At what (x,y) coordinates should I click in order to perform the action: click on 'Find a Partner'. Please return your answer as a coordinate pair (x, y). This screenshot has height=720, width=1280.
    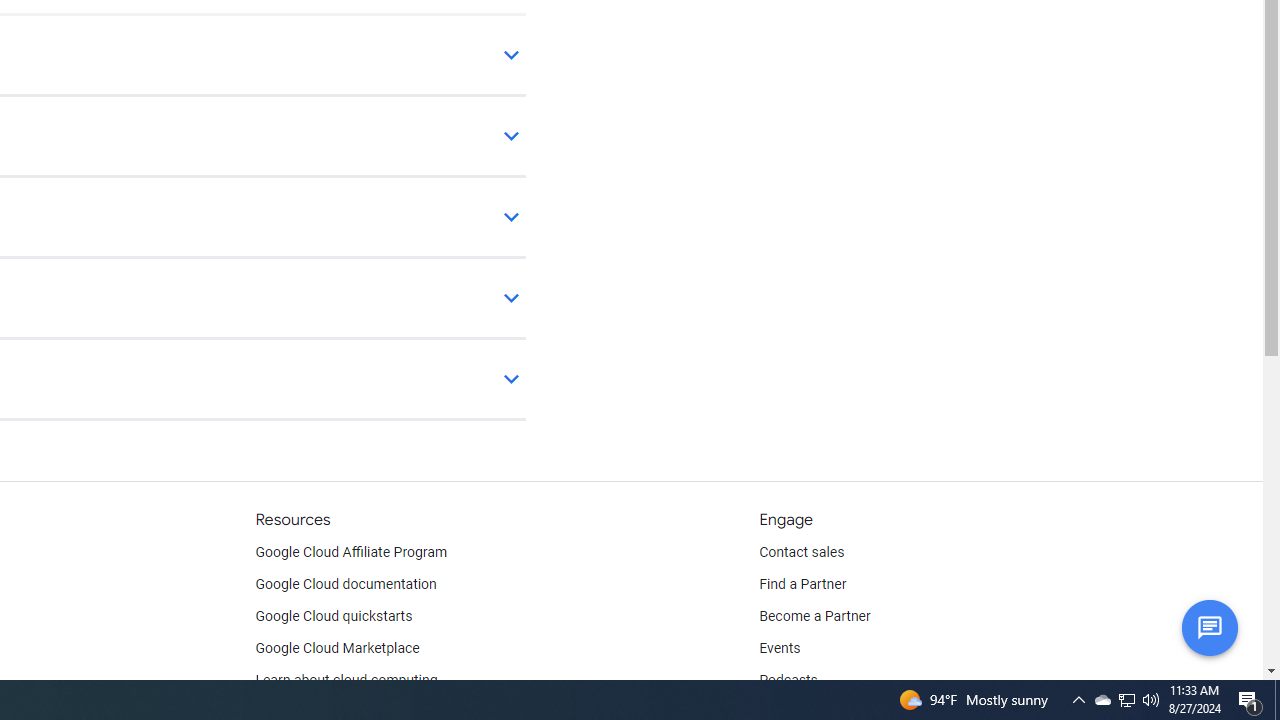
    Looking at the image, I should click on (803, 585).